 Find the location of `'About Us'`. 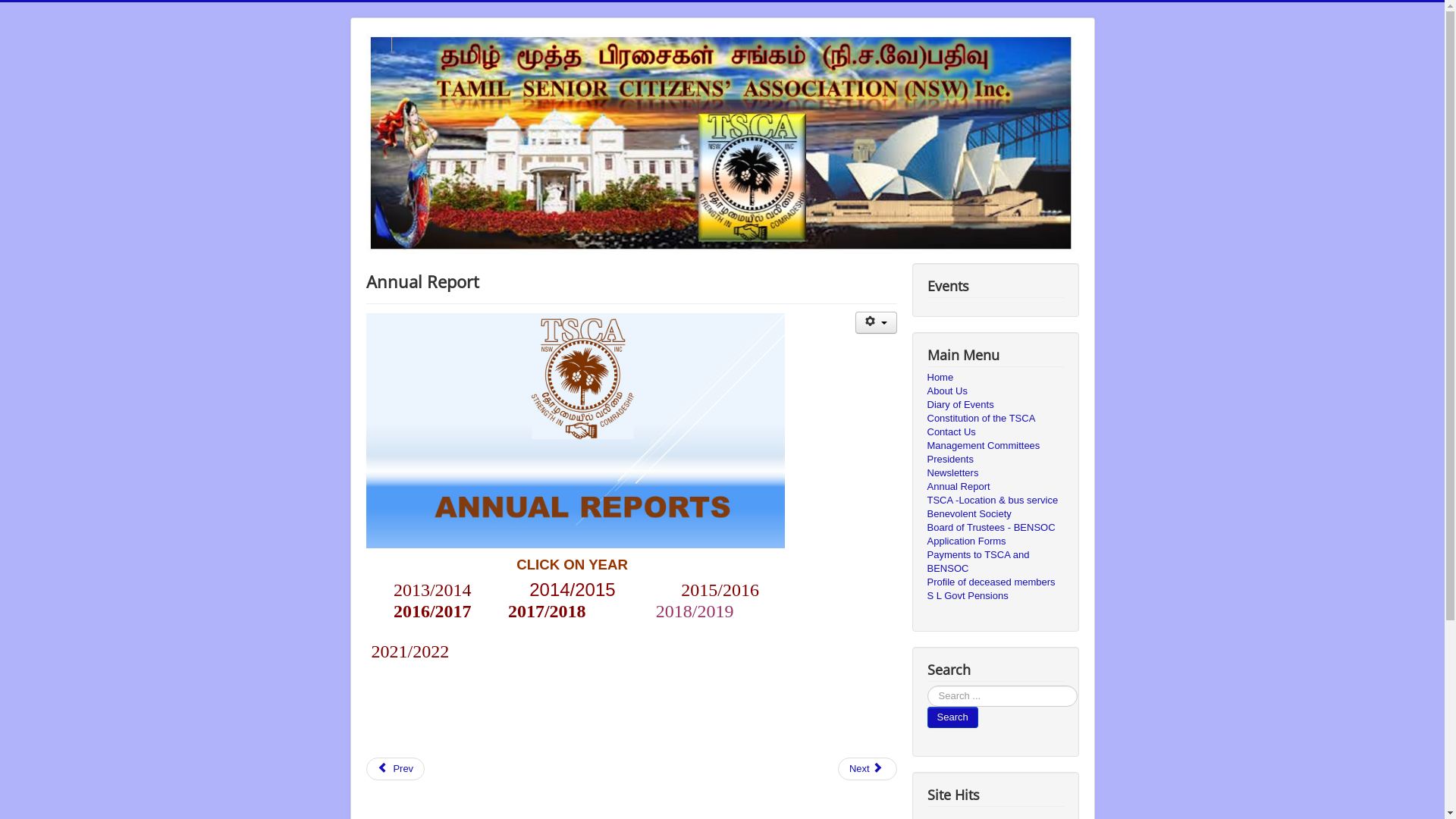

'About Us' is located at coordinates (994, 391).